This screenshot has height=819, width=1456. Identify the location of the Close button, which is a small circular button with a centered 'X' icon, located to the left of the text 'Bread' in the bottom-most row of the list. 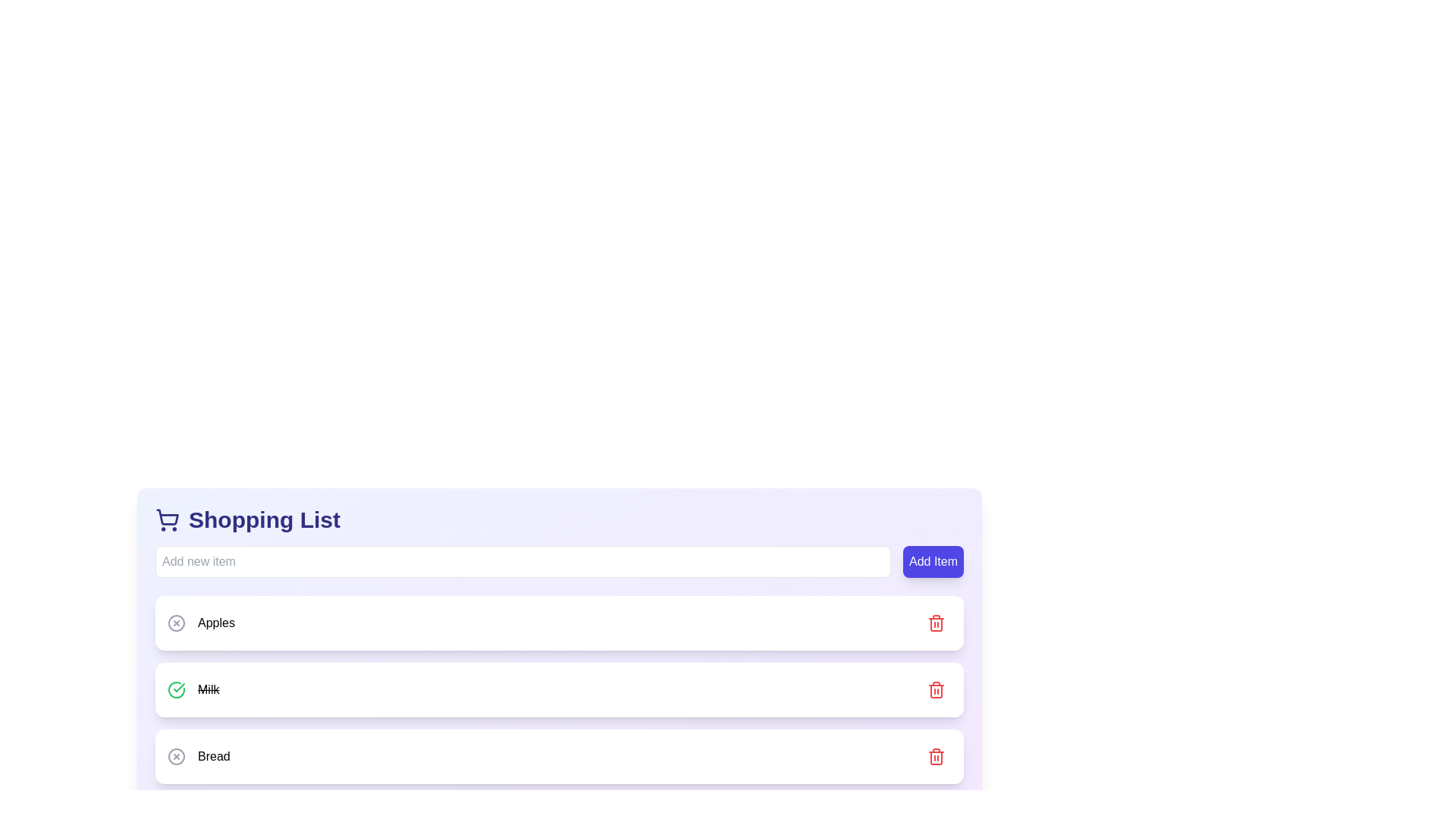
(177, 757).